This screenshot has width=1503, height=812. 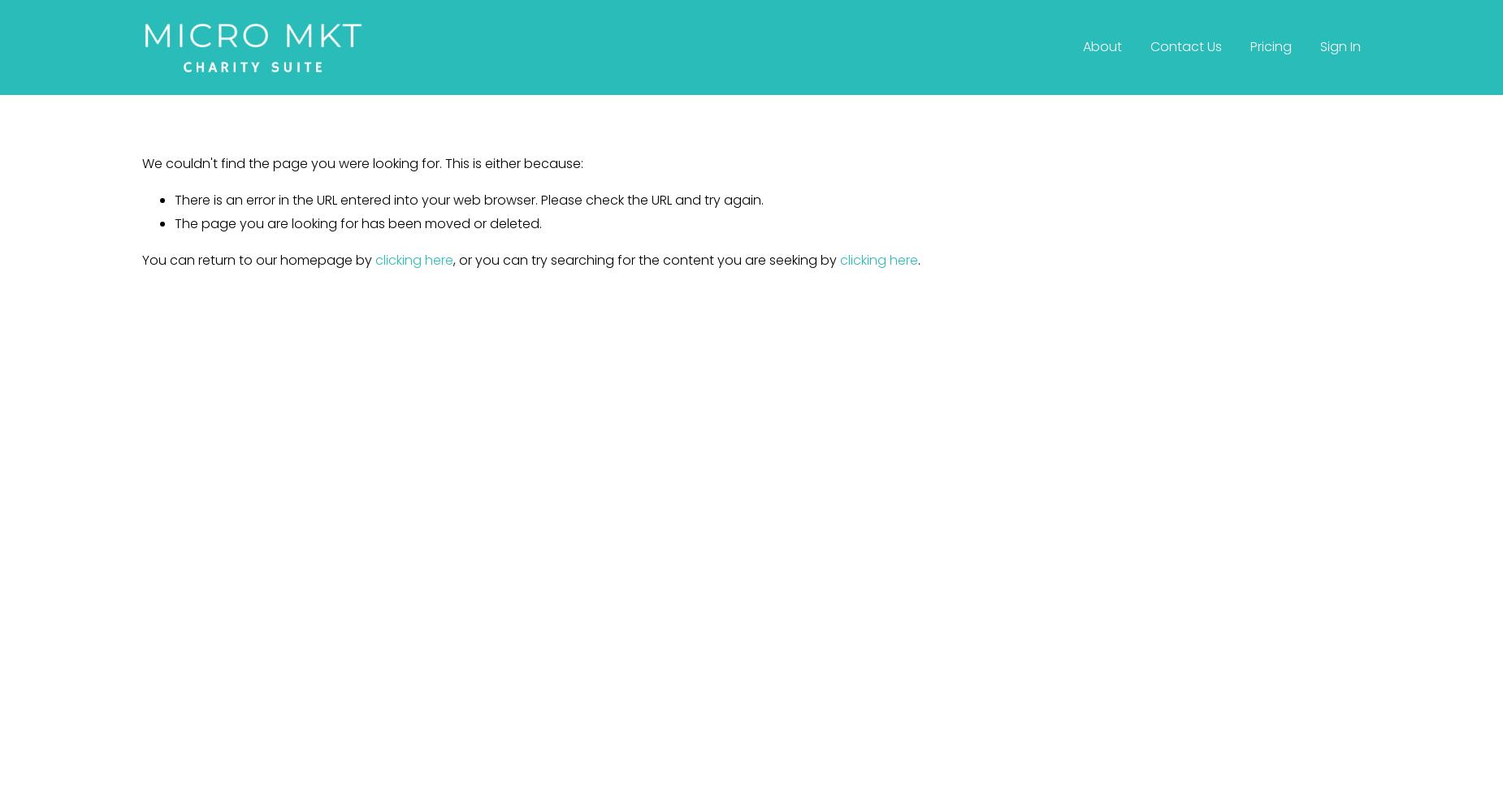 I want to click on 'We couldn't find the page you were looking for. This is either because:', so click(x=362, y=162).